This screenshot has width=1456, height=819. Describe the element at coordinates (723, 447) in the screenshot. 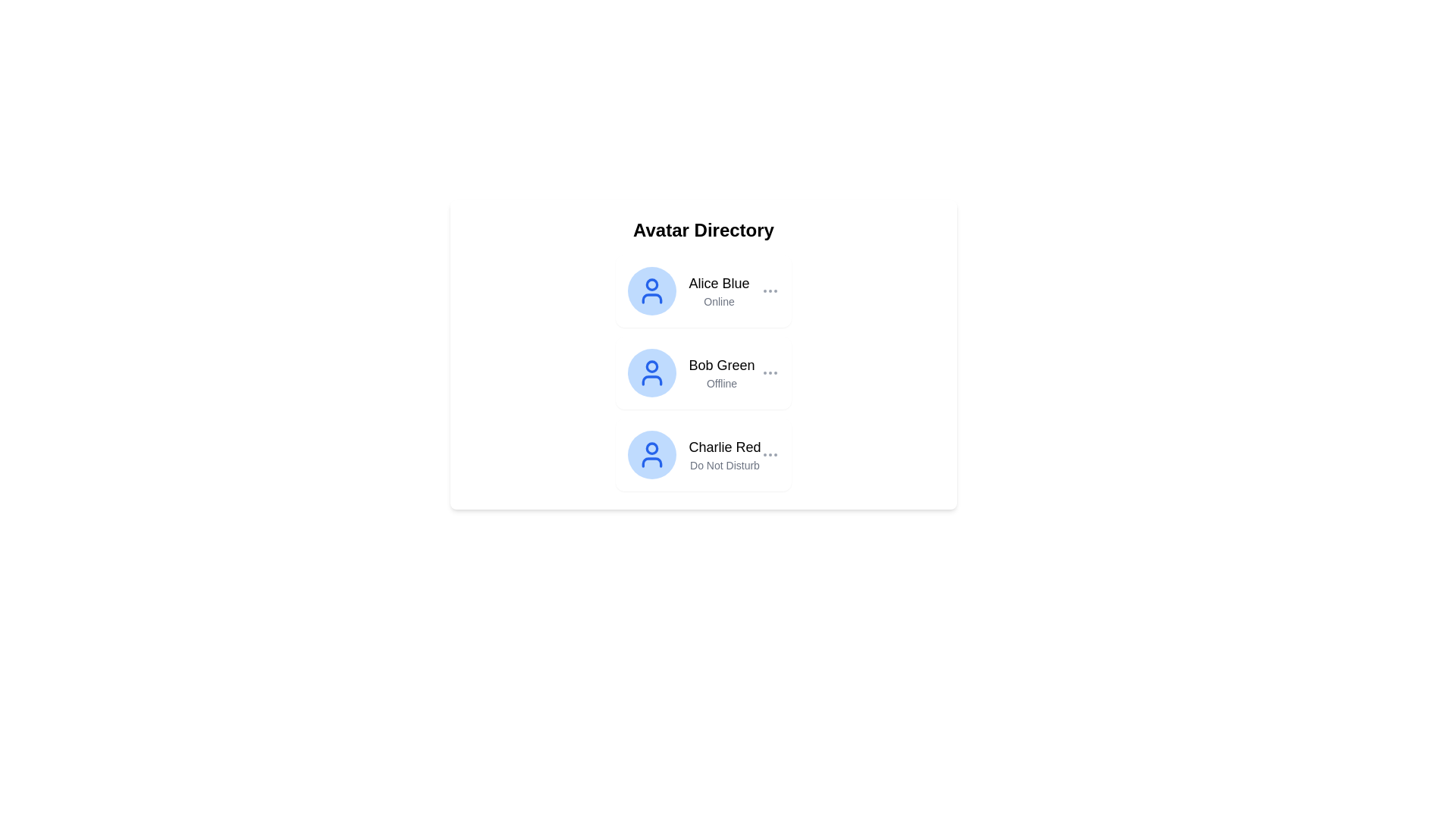

I see `the primary name text of the third user entry in a vertically stacked list, which is visually associated with the 'Do Not Disturb' text beneath it` at that location.